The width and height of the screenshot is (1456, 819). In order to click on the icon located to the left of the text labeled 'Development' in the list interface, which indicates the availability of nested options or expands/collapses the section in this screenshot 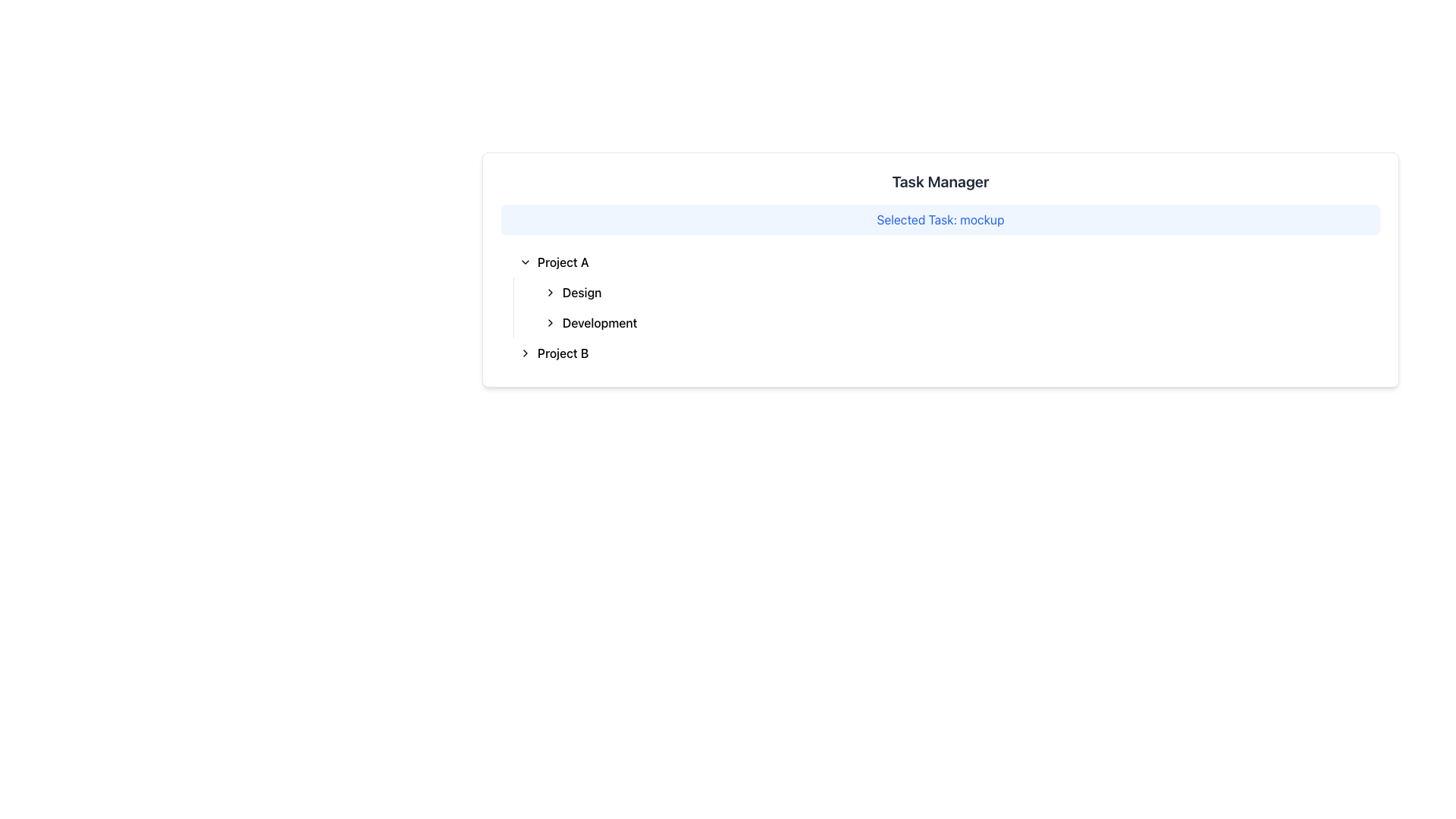, I will do `click(549, 322)`.